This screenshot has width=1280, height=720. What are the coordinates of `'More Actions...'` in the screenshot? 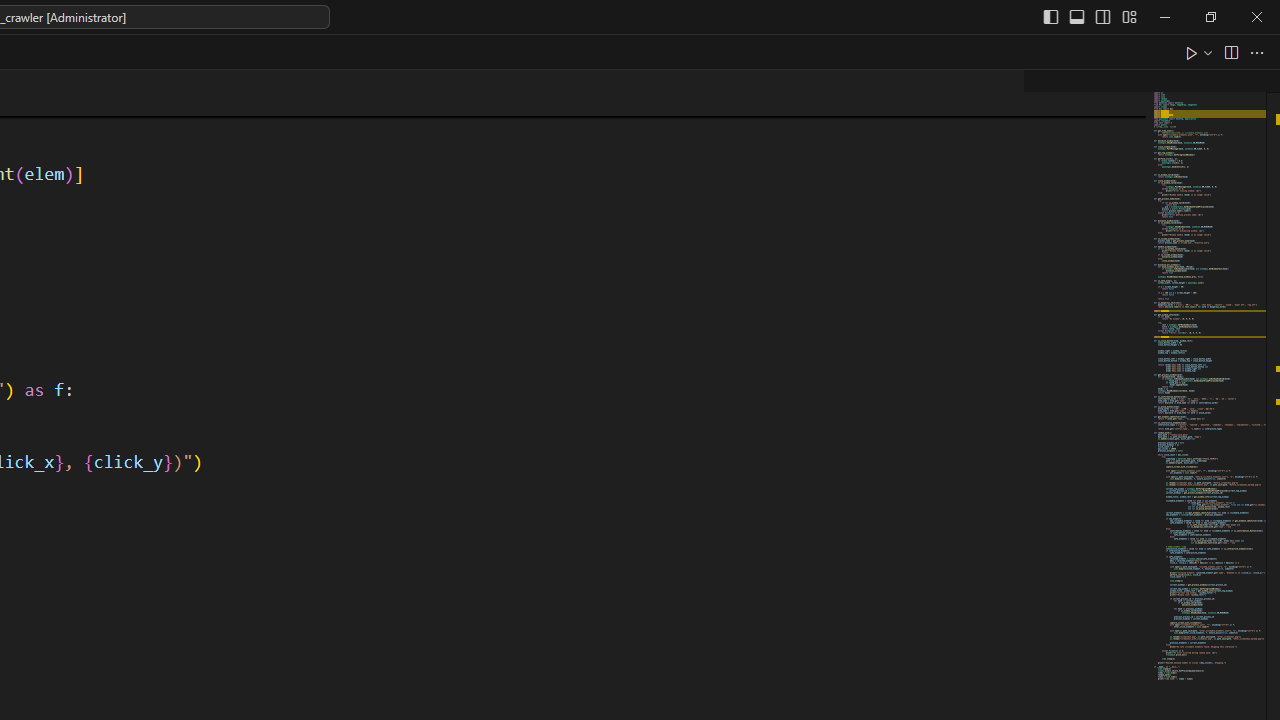 It's located at (1255, 51).